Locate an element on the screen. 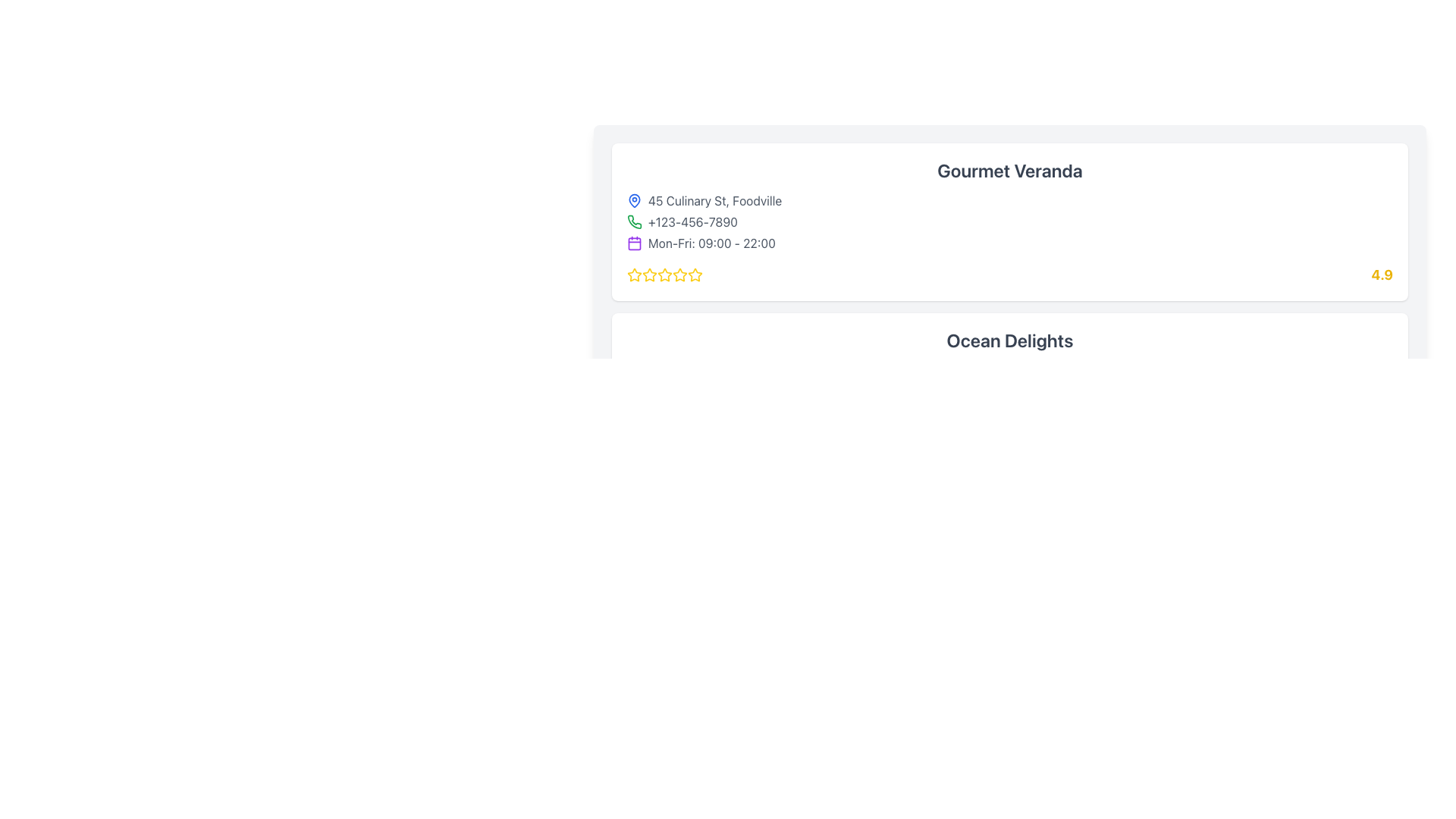  the Header Text displaying 'Gourmet Veranda', which is styled in a large, serif-like font and is located at the top of a light gray card is located at coordinates (1009, 170).